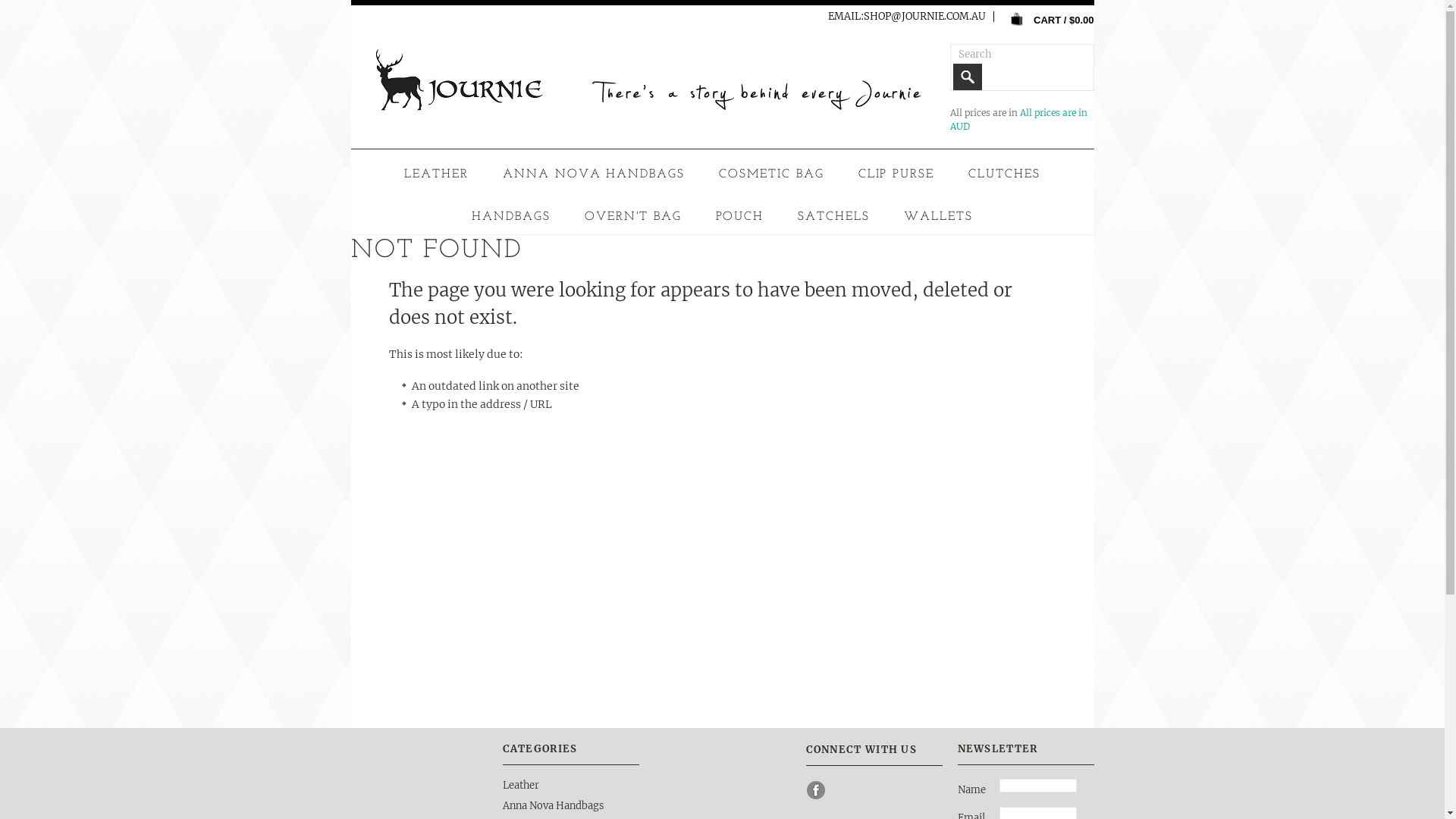 This screenshot has width=1456, height=819. Describe the element at coordinates (520, 785) in the screenshot. I see `'Leather'` at that location.